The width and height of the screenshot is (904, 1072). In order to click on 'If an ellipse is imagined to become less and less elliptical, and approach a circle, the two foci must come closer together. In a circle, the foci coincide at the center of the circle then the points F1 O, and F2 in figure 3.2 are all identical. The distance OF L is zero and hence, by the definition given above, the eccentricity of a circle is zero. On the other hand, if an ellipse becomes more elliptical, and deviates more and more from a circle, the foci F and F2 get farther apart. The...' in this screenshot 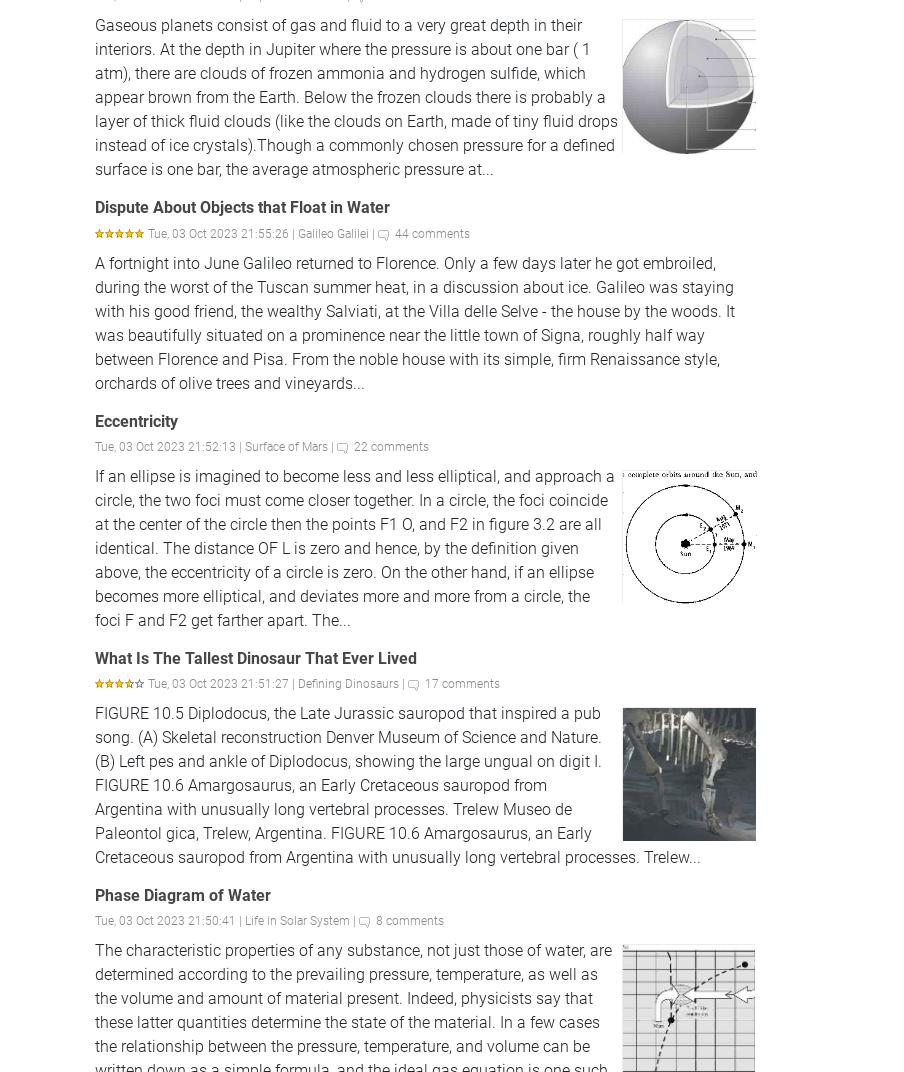, I will do `click(354, 546)`.